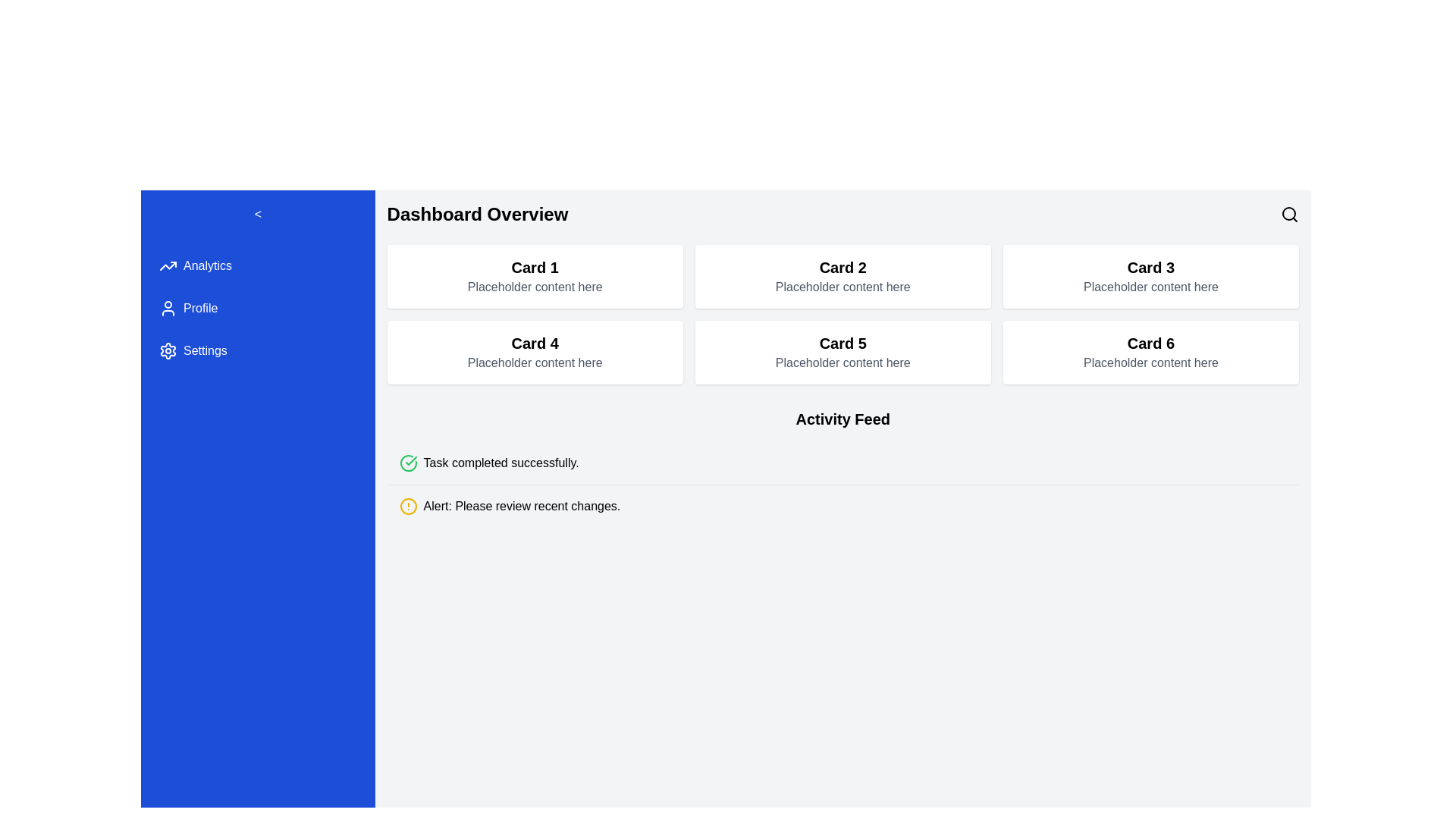  I want to click on the descriptive text content within 'Card 6', located in the bottom right of the grid, positioned below the text 'Card 6', so click(1150, 362).